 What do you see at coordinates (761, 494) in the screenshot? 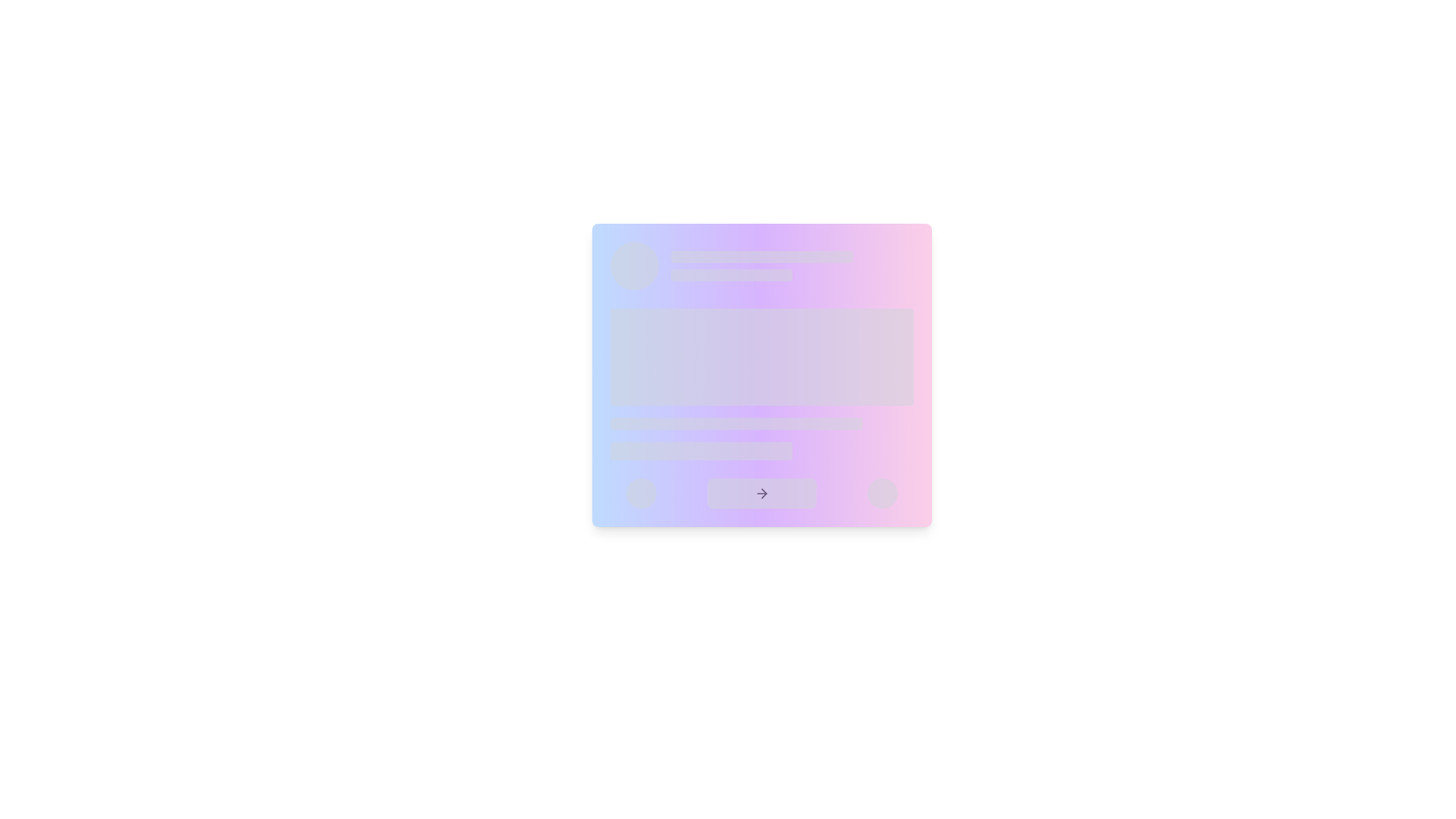
I see `the navigation button located at the bottom of the user interface, positioned between two circular buttons` at bounding box center [761, 494].